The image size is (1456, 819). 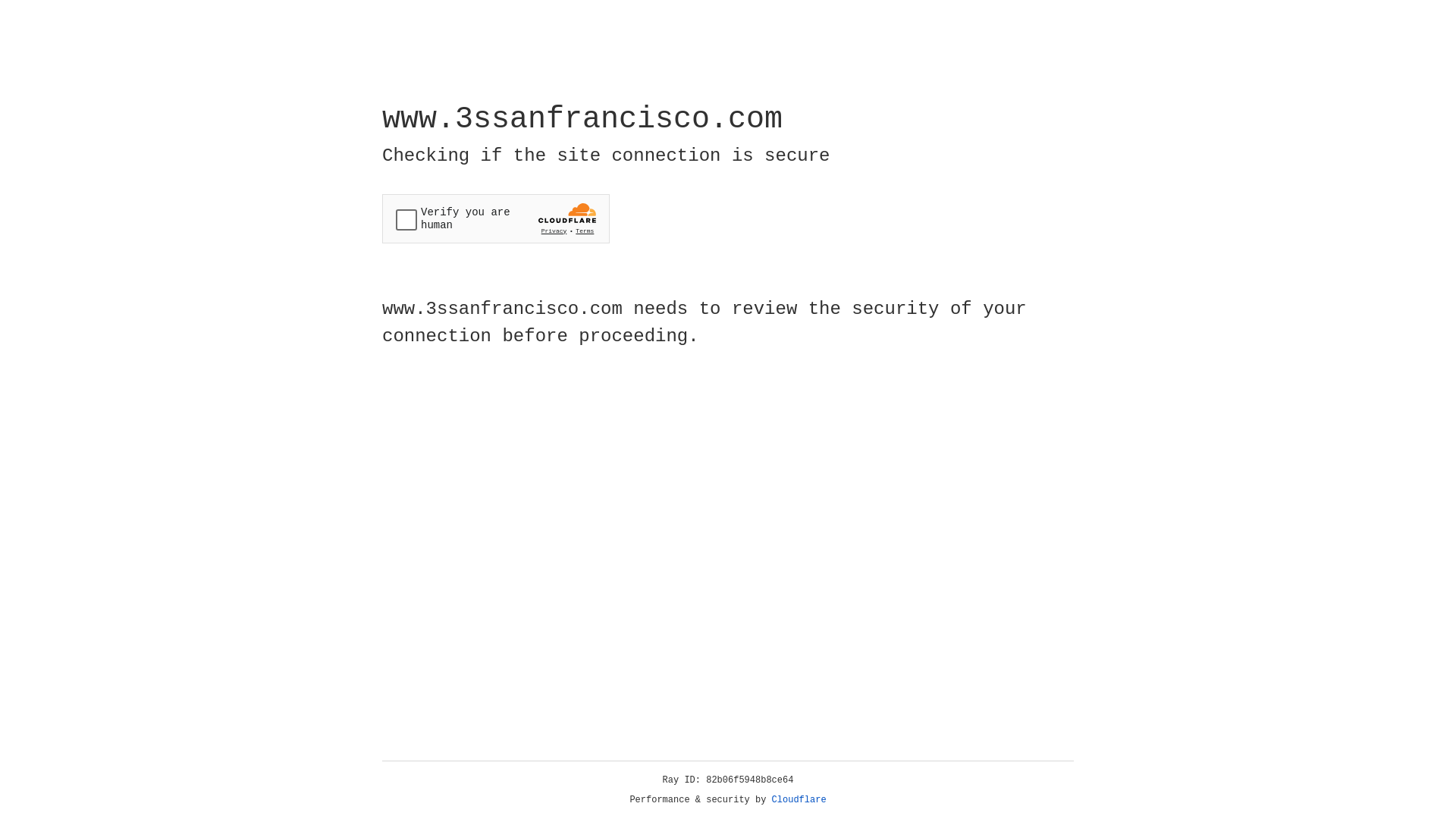 What do you see at coordinates (799, 799) in the screenshot?
I see `'Cloudflare'` at bounding box center [799, 799].